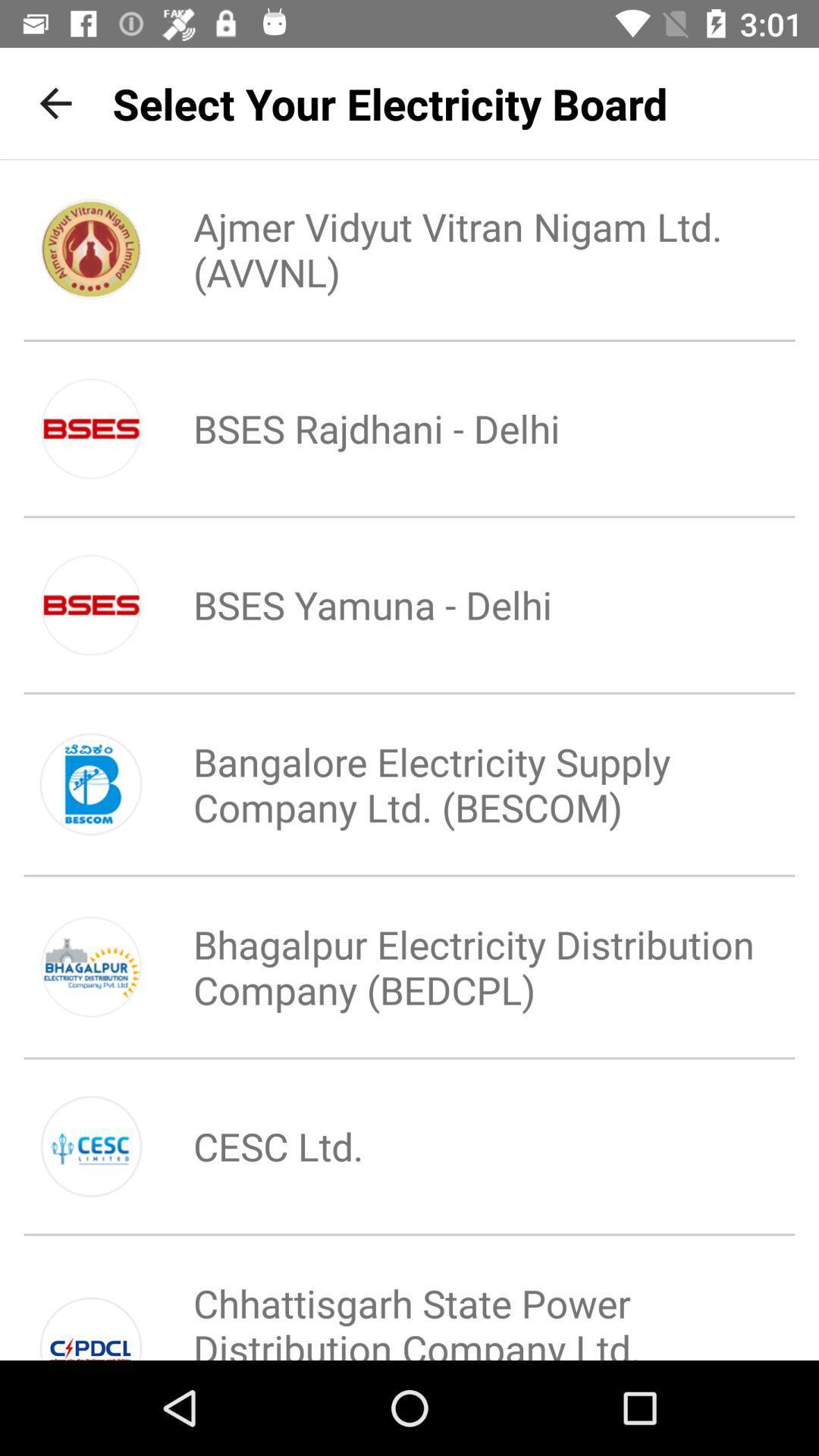 This screenshot has height=1456, width=819. What do you see at coordinates (252, 1146) in the screenshot?
I see `the cesc ltd. icon` at bounding box center [252, 1146].